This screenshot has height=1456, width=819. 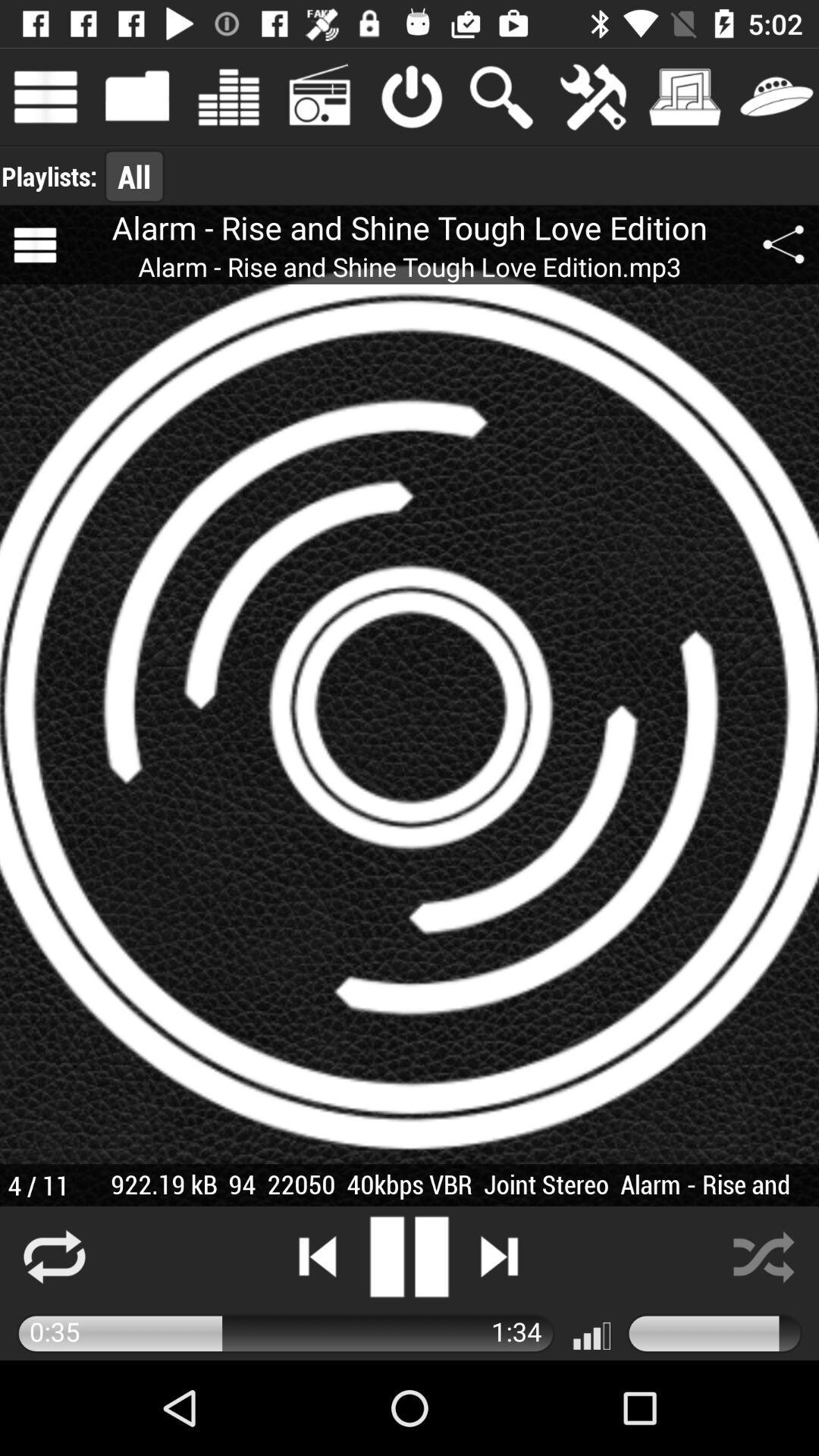 I want to click on 4 / 11 icon, so click(x=37, y=1185).